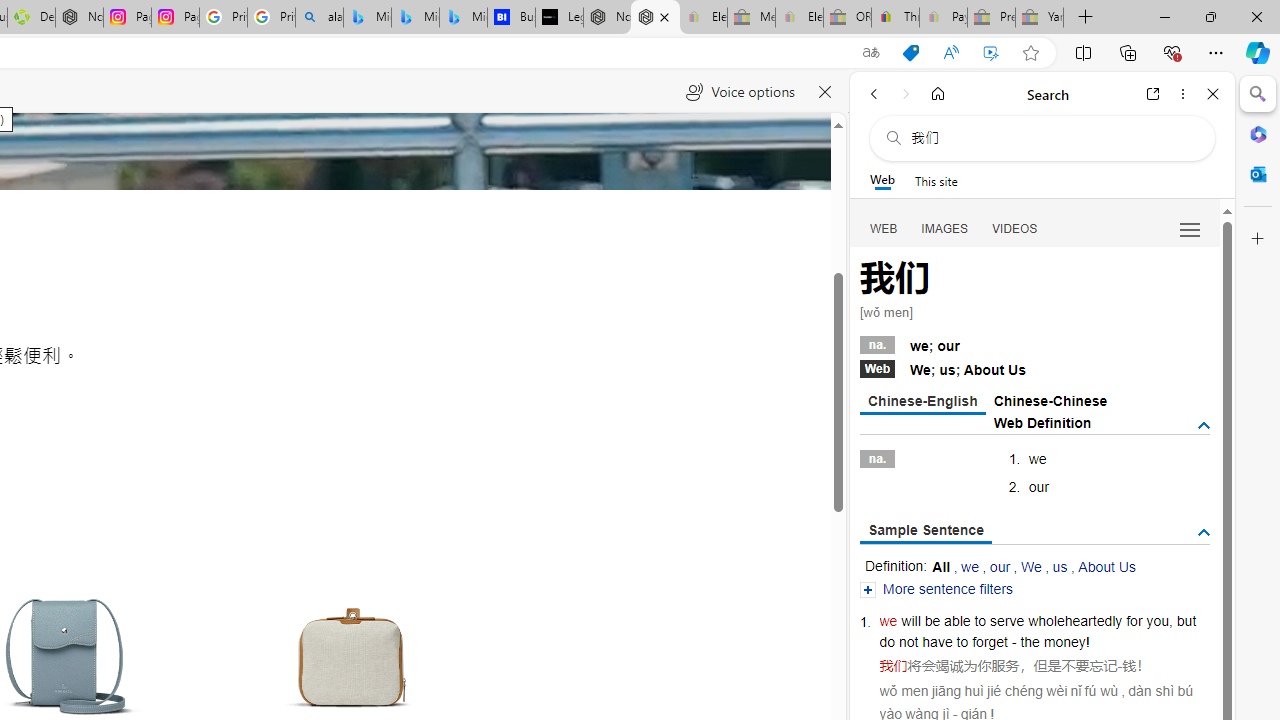 This screenshot has width=1280, height=720. What do you see at coordinates (991, 52) in the screenshot?
I see `'Enhance video'` at bounding box center [991, 52].